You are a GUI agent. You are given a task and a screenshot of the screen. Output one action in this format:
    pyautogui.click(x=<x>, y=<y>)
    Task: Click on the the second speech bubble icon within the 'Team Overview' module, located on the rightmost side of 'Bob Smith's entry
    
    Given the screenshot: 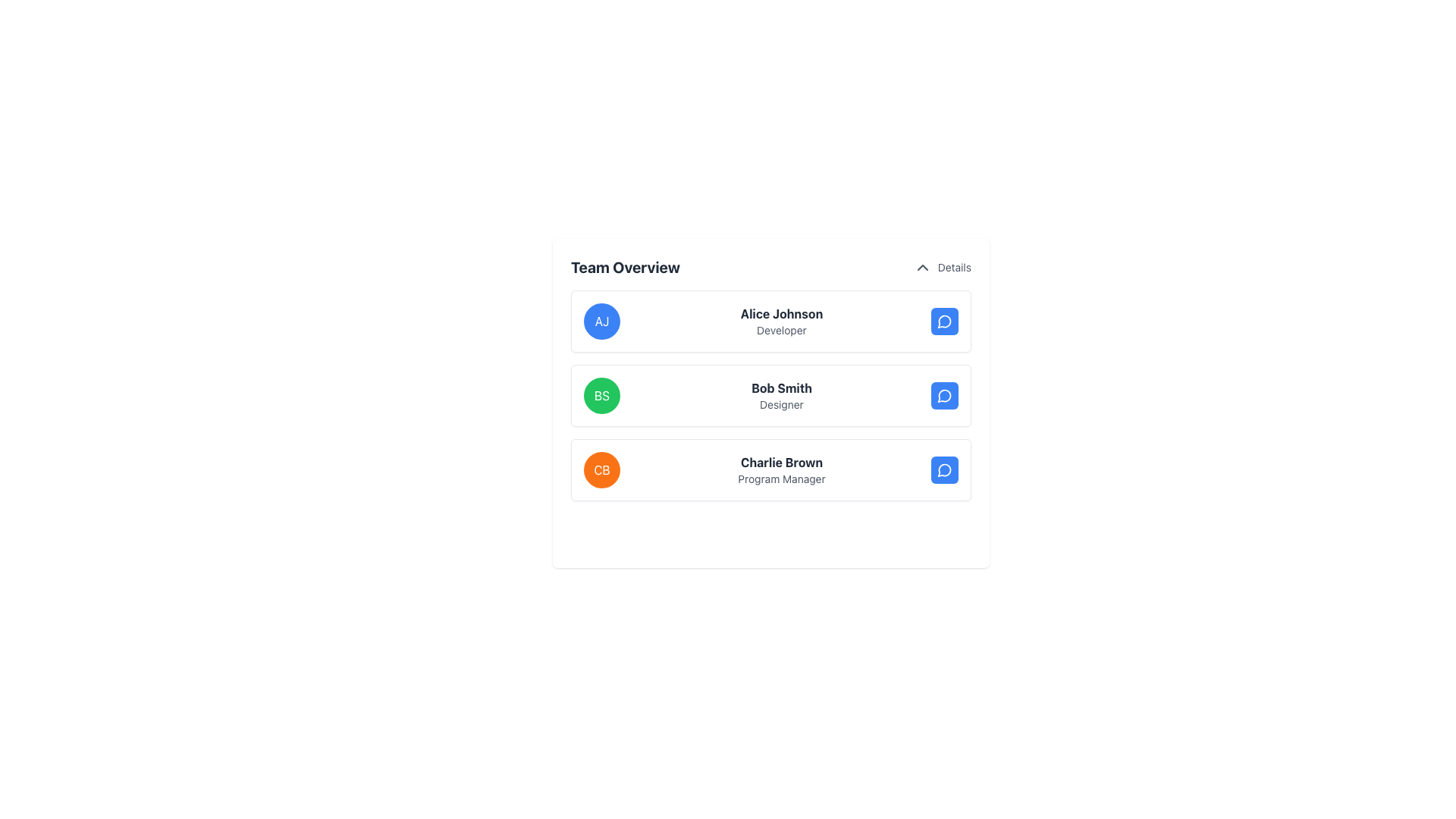 What is the action you would take?
    pyautogui.click(x=944, y=394)
    